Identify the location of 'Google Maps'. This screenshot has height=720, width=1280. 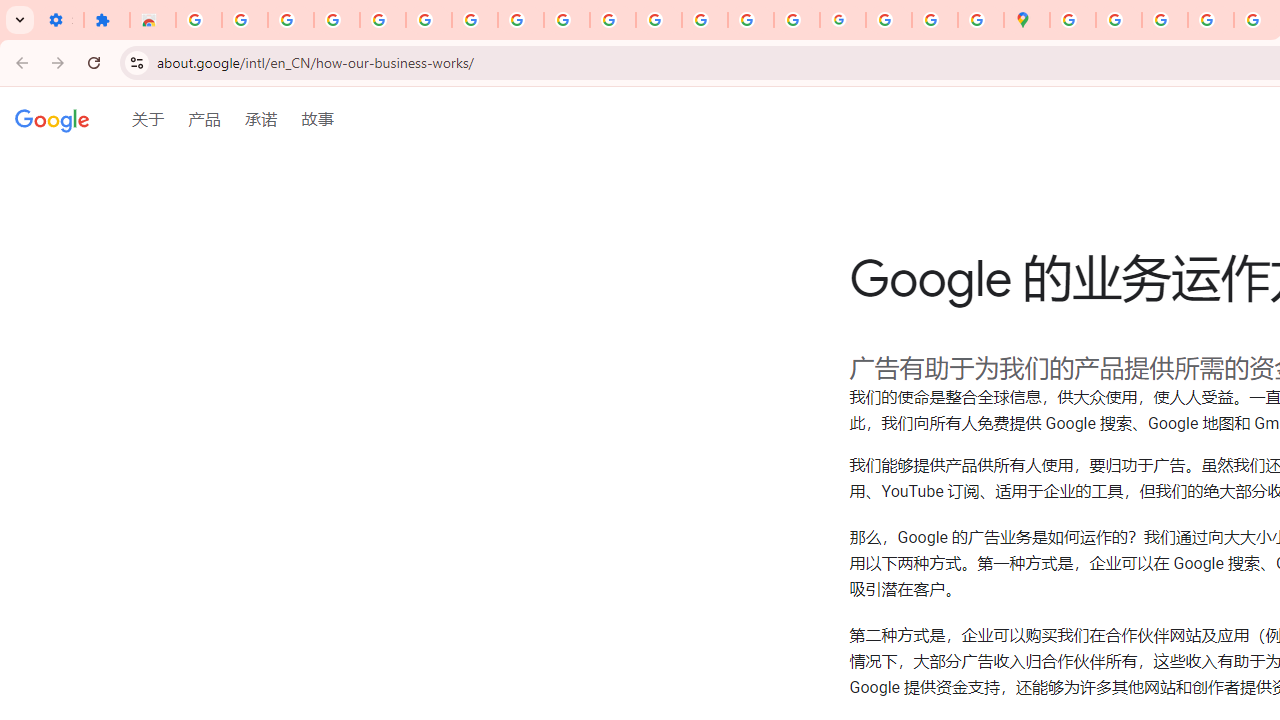
(1026, 20).